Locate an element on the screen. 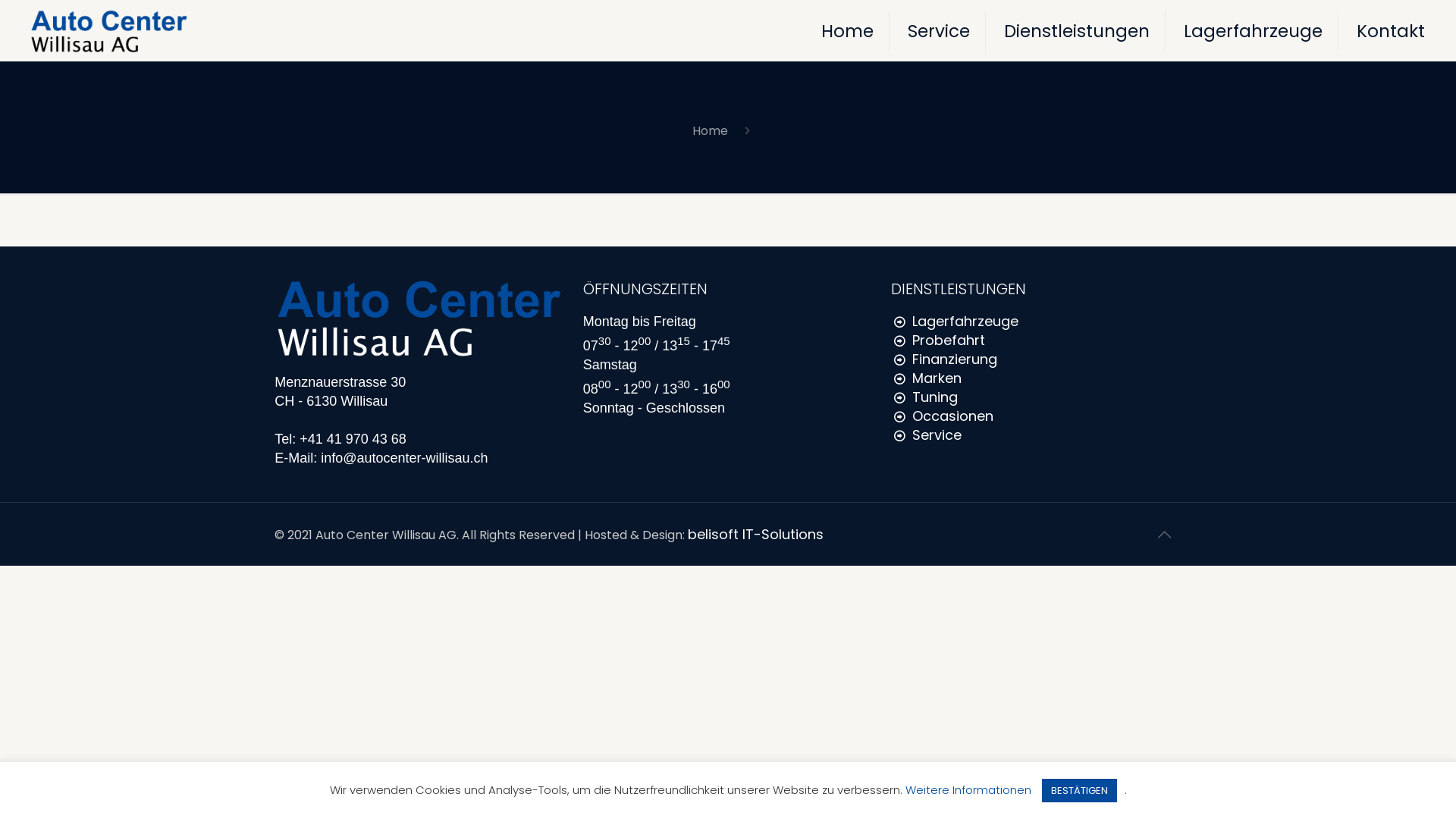  'Service' is located at coordinates (934, 435).